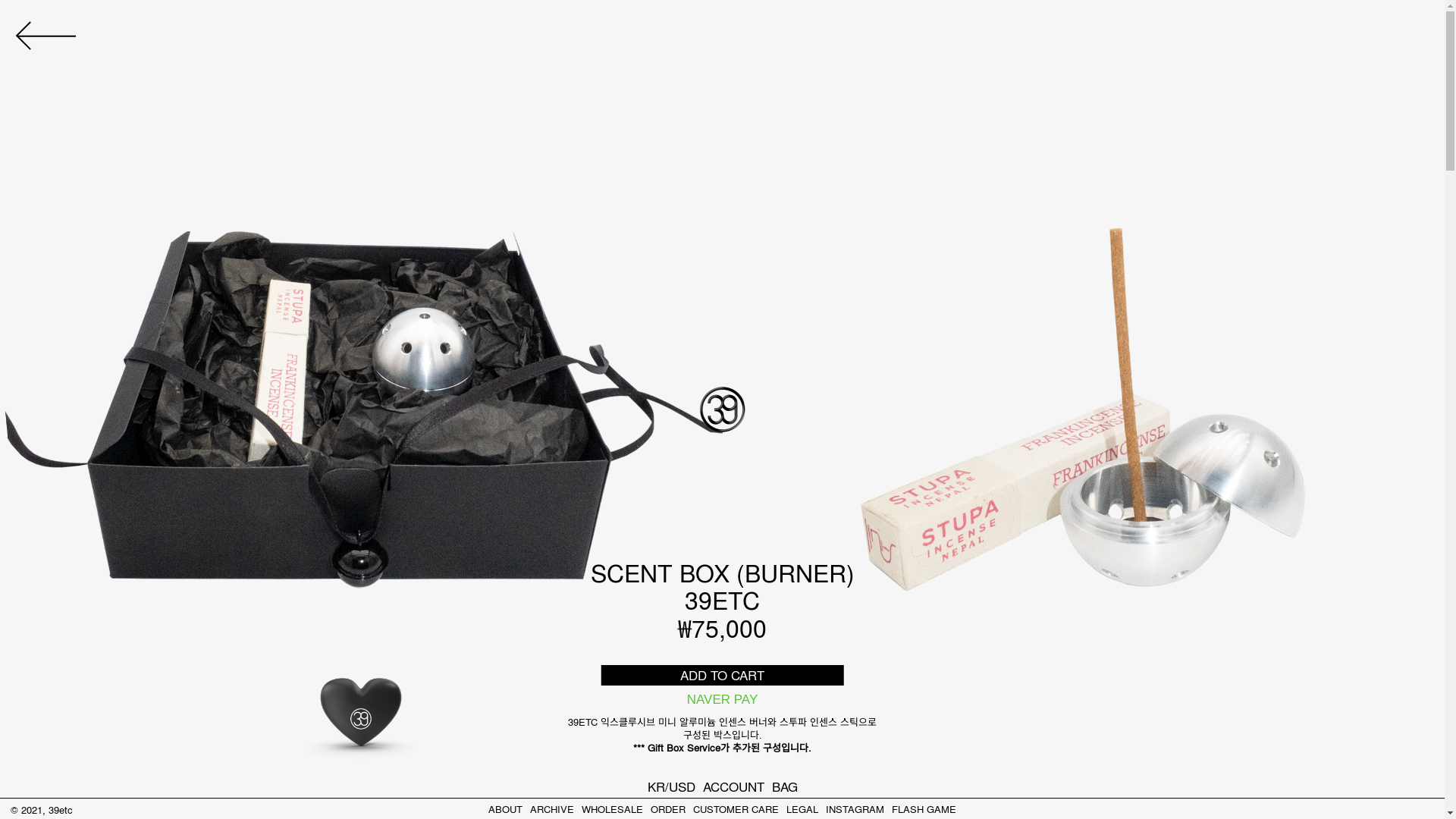 The image size is (1456, 819). What do you see at coordinates (551, 808) in the screenshot?
I see `'ARCHIVE'` at bounding box center [551, 808].